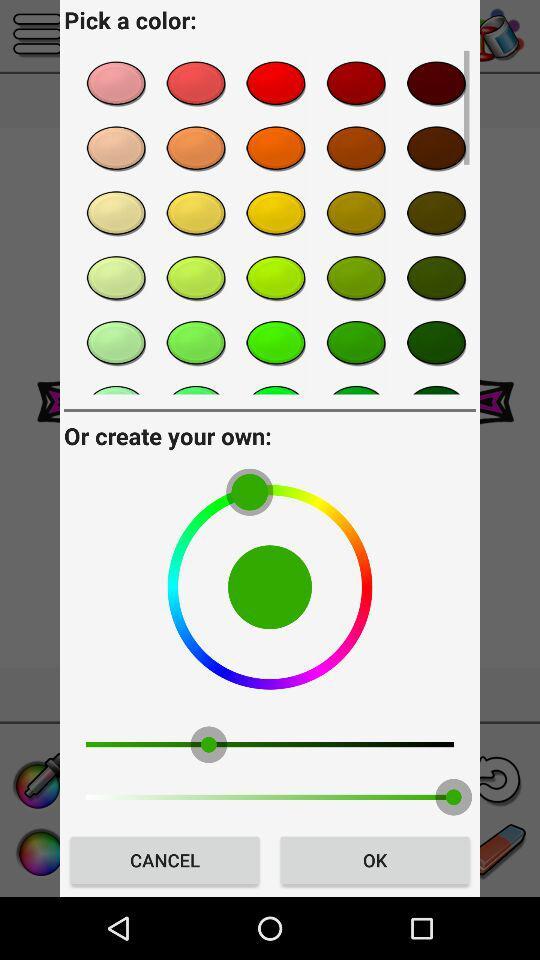 Image resolution: width=540 pixels, height=960 pixels. I want to click on the icon next to ok, so click(164, 859).